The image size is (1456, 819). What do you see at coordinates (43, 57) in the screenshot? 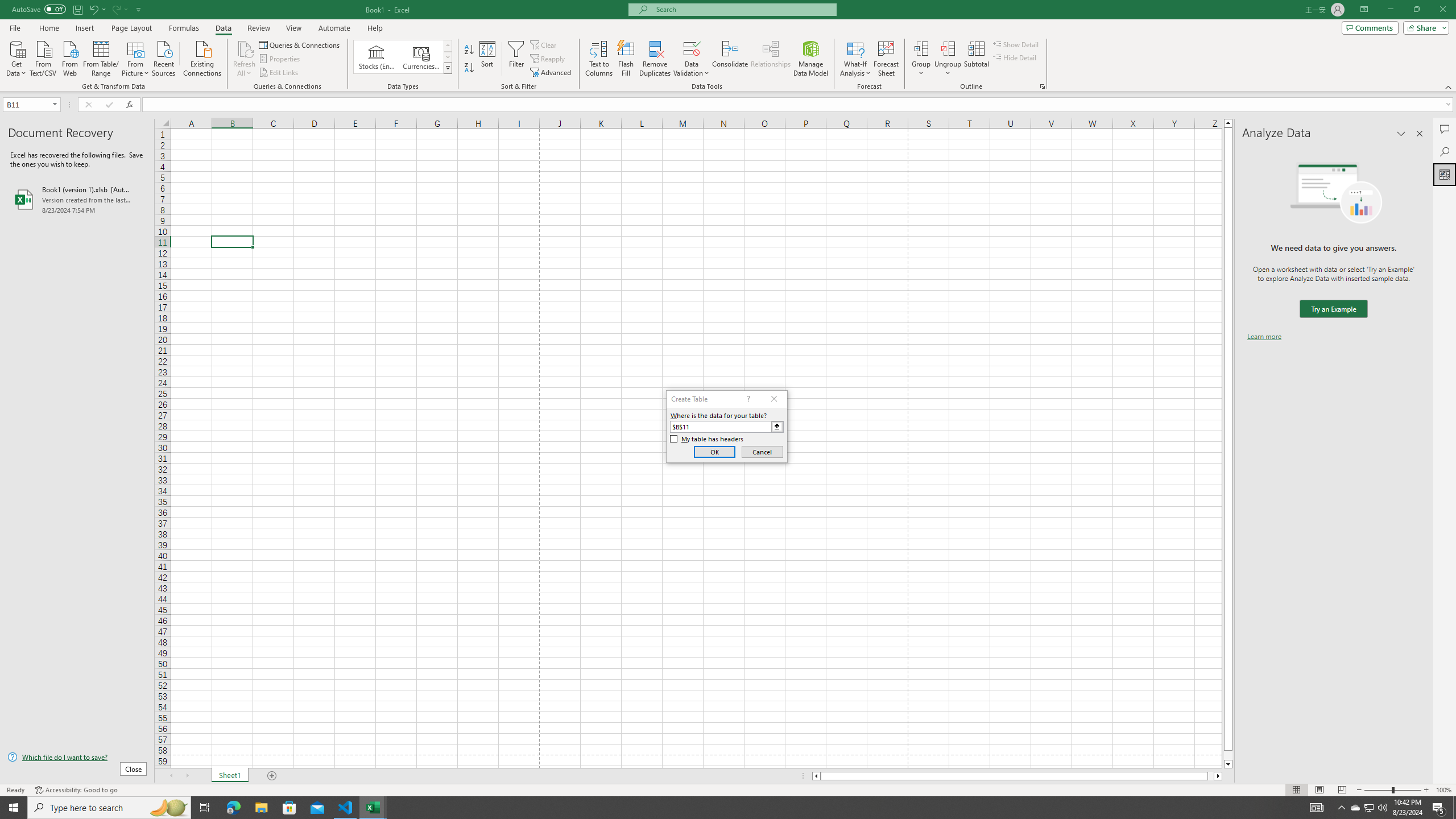
I see `'From Text/CSV'` at bounding box center [43, 57].